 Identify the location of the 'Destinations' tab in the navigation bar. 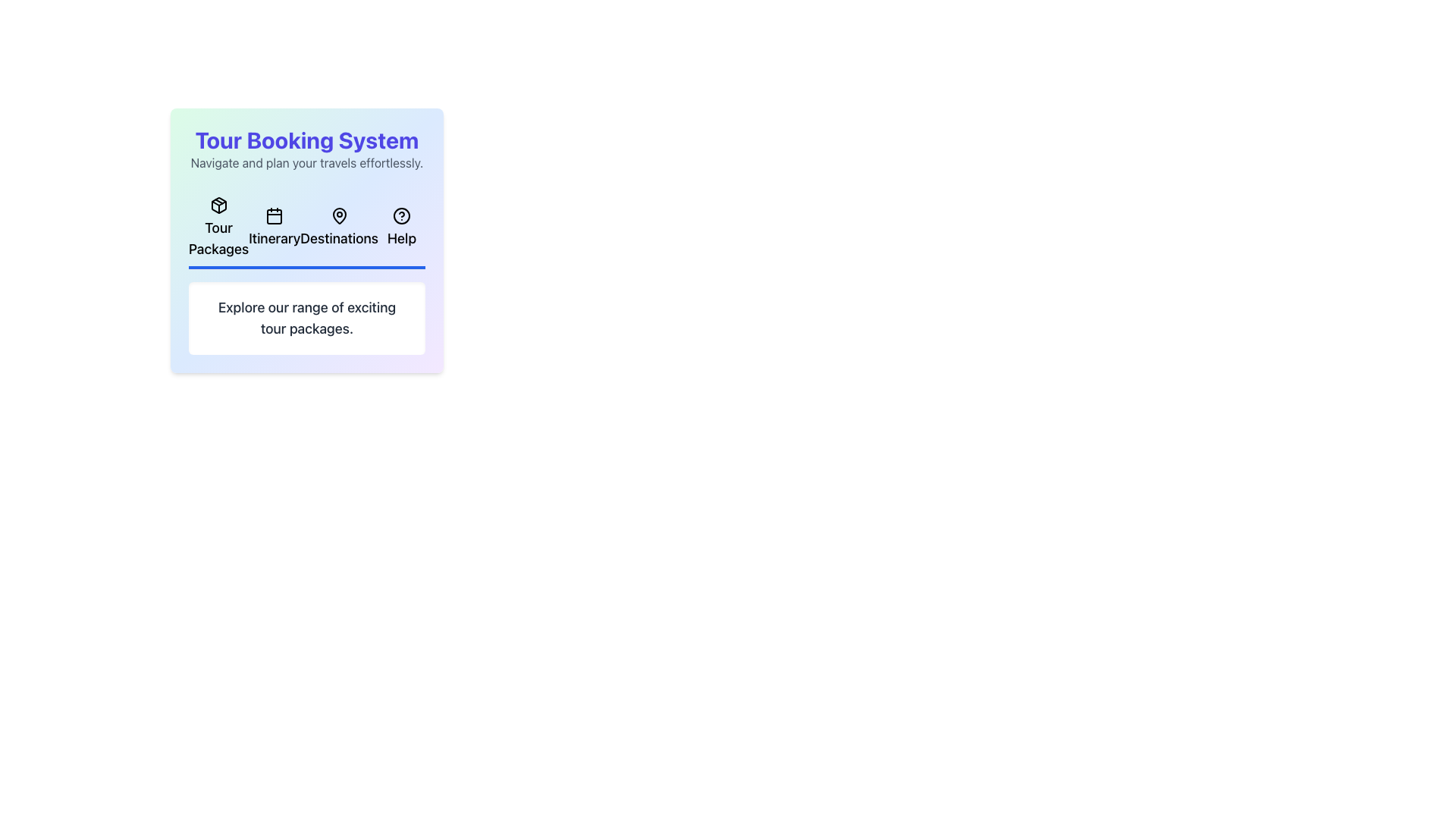
(338, 230).